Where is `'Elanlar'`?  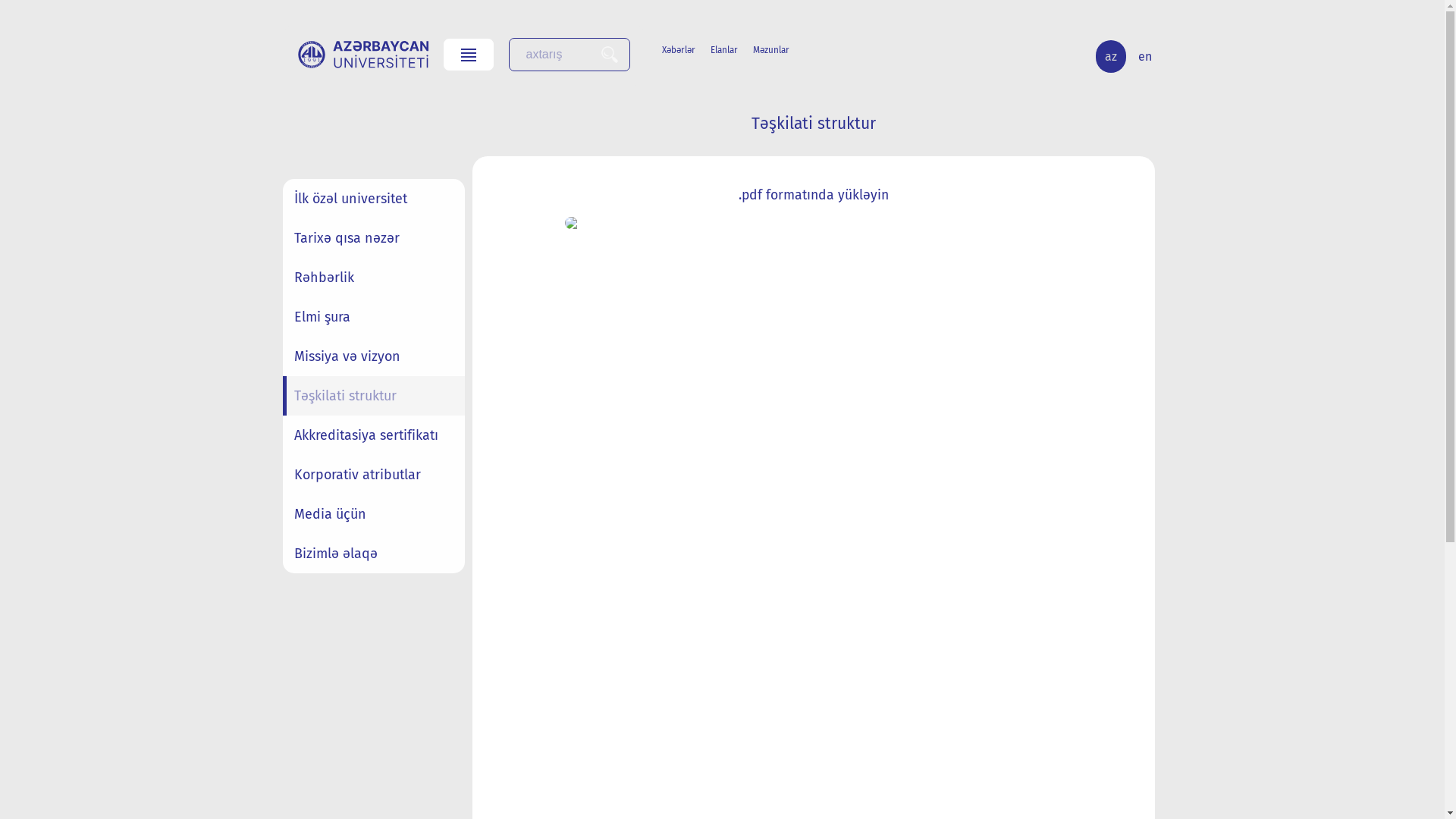
'Elanlar' is located at coordinates (731, 49).